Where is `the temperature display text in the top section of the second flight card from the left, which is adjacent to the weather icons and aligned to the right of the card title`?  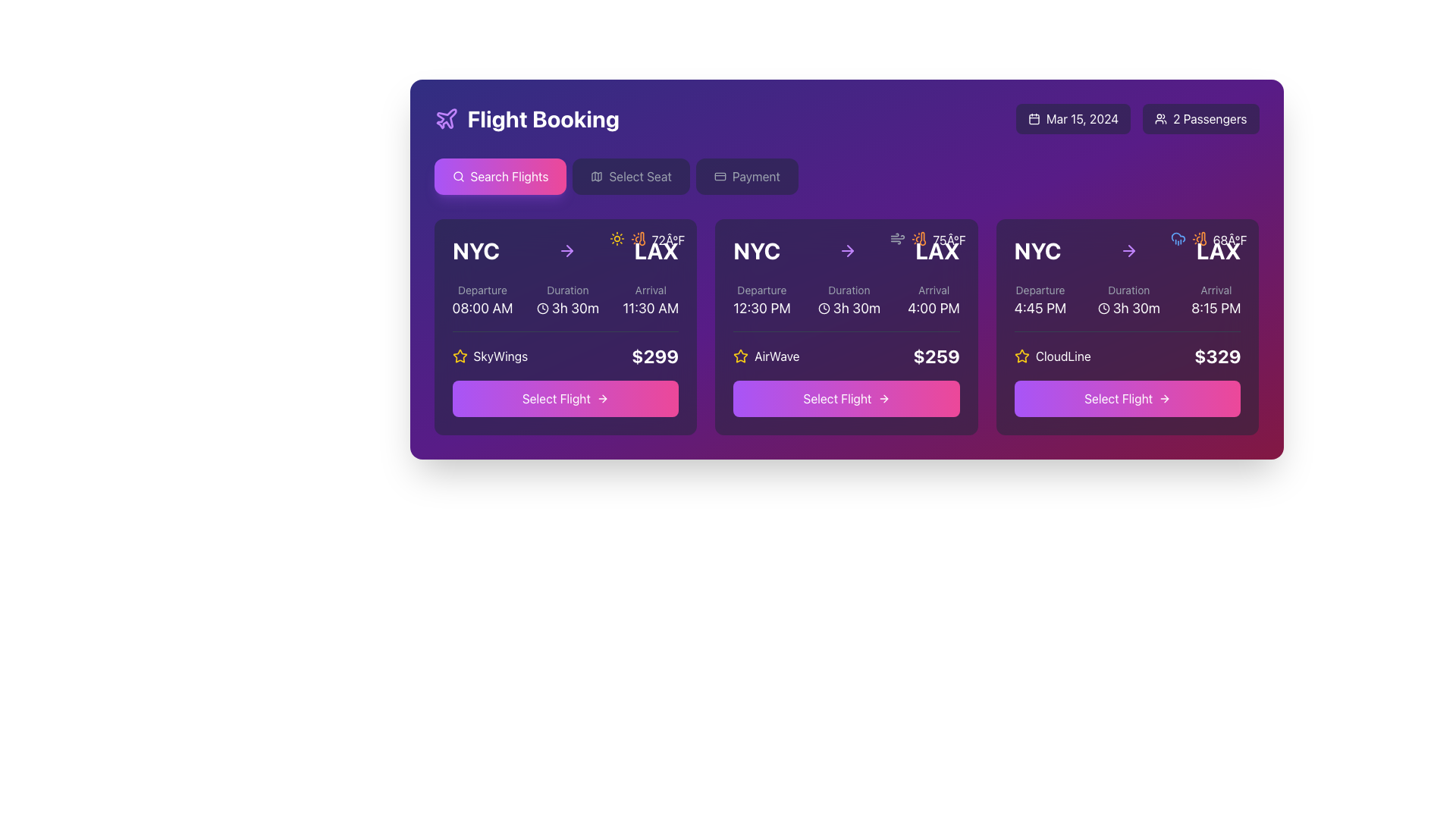
the temperature display text in the top section of the second flight card from the left, which is adjacent to the weather icons and aligned to the right of the card title is located at coordinates (667, 239).